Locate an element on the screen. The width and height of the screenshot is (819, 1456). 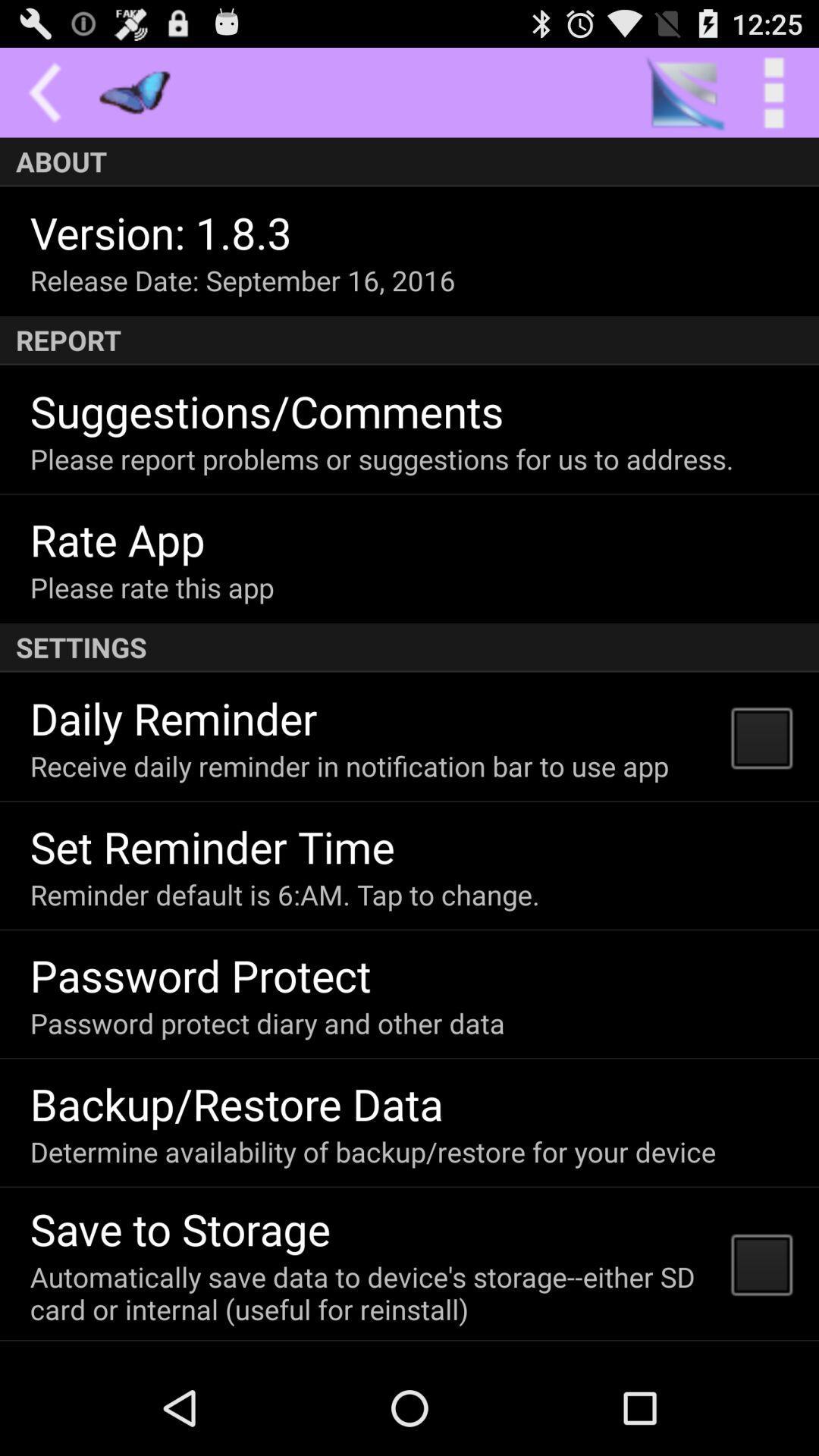
the app below the automatically save data item is located at coordinates (180, 1357).